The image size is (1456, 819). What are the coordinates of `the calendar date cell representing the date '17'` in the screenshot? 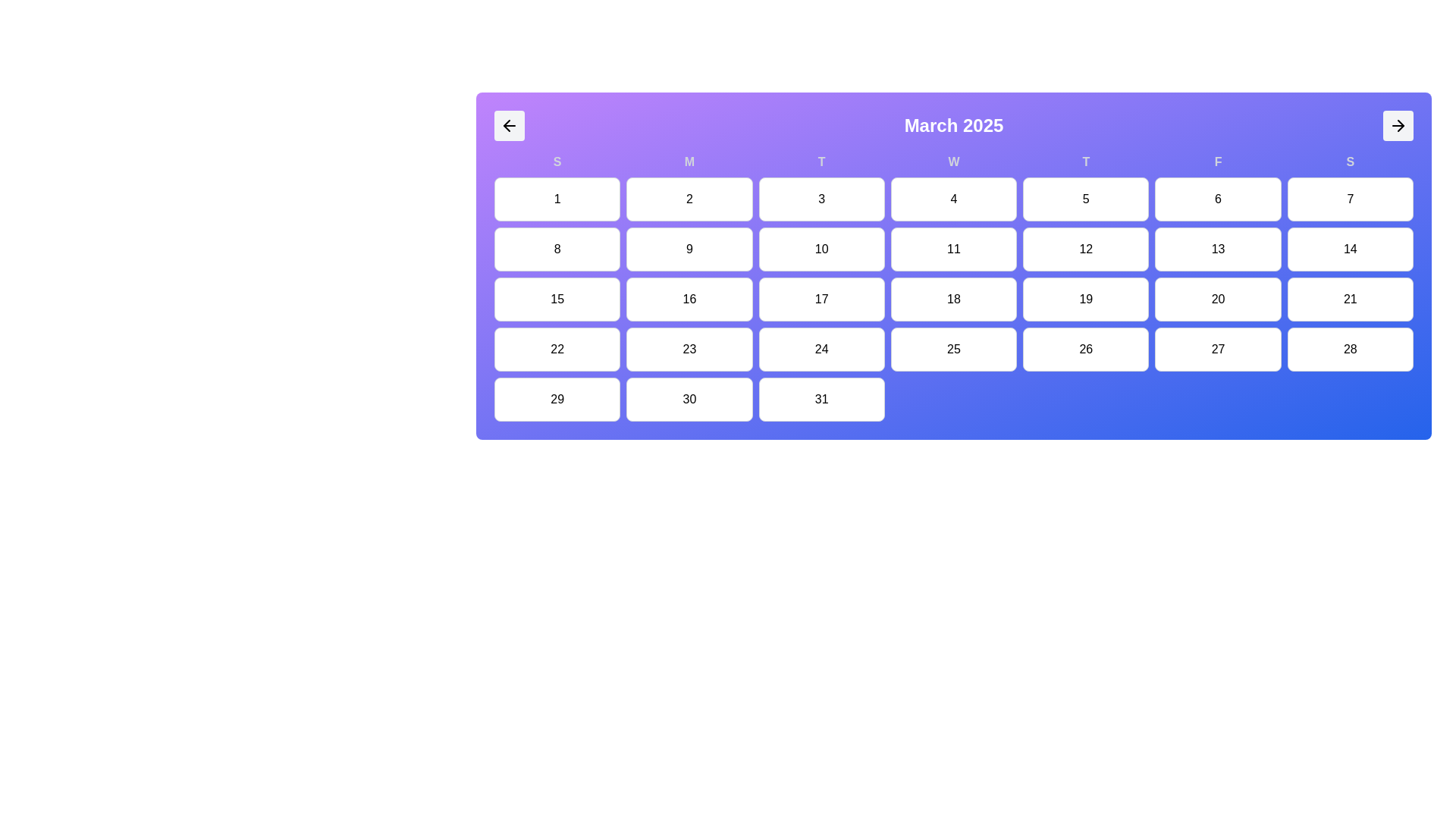 It's located at (821, 299).